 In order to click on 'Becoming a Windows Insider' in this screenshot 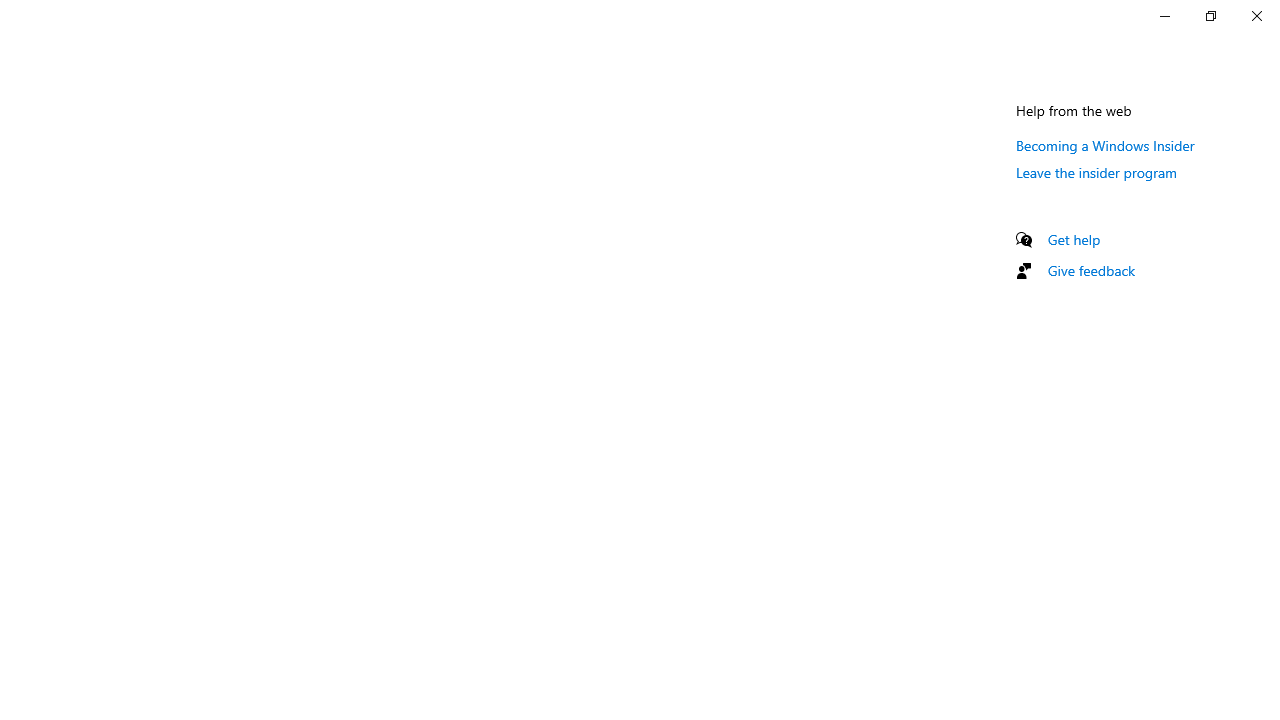, I will do `click(1104, 144)`.